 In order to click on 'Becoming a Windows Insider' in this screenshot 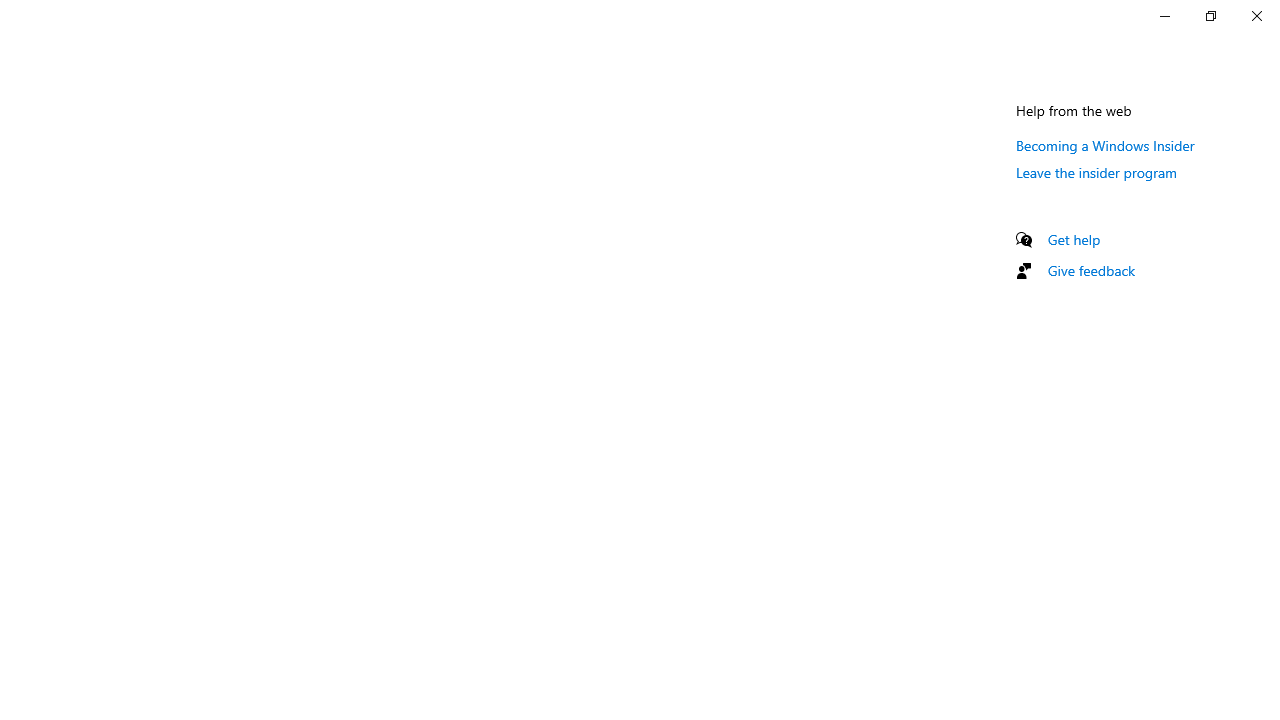, I will do `click(1104, 144)`.